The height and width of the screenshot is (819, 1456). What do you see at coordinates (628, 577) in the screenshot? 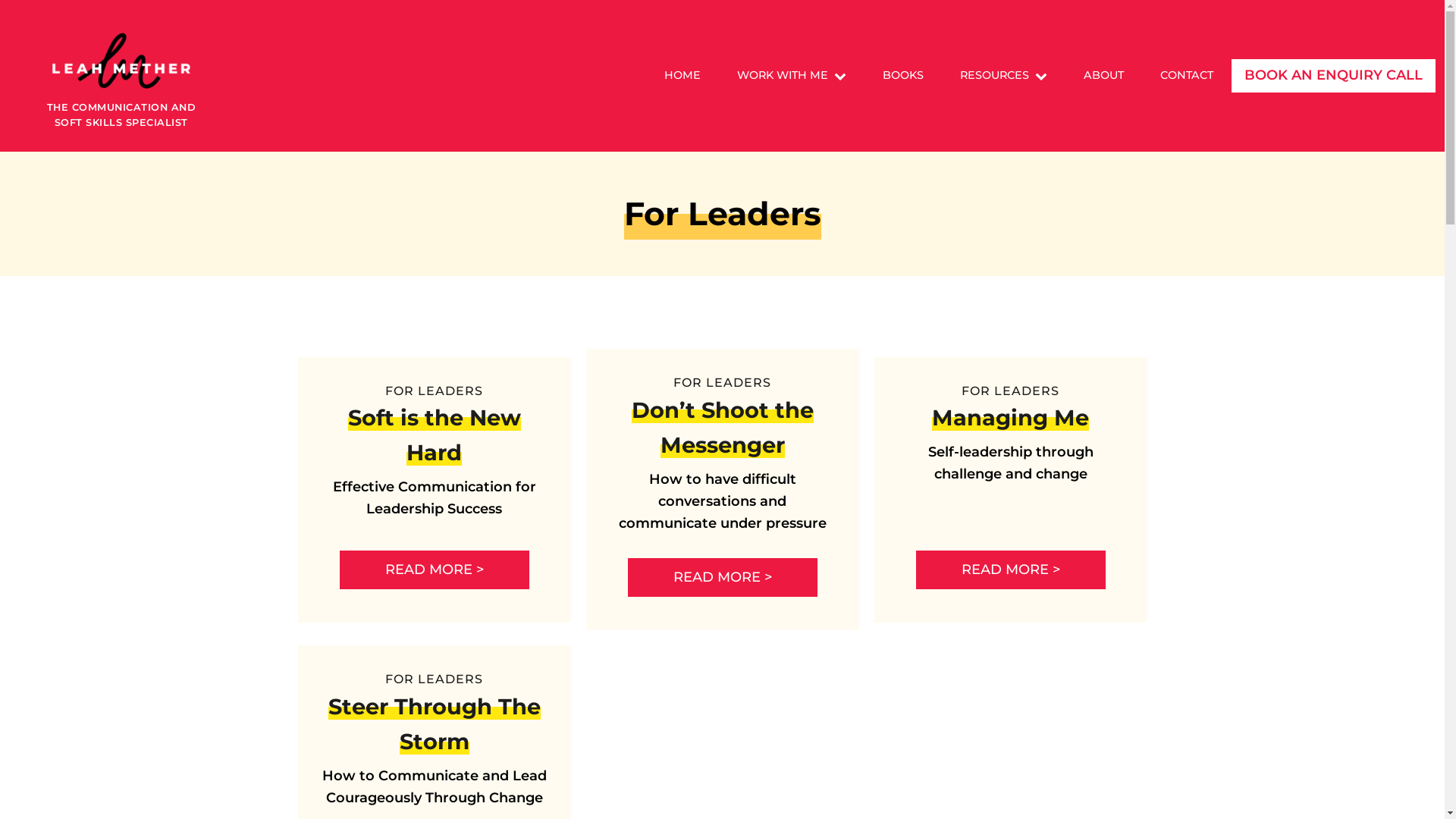
I see `'READ MORE >'` at bounding box center [628, 577].